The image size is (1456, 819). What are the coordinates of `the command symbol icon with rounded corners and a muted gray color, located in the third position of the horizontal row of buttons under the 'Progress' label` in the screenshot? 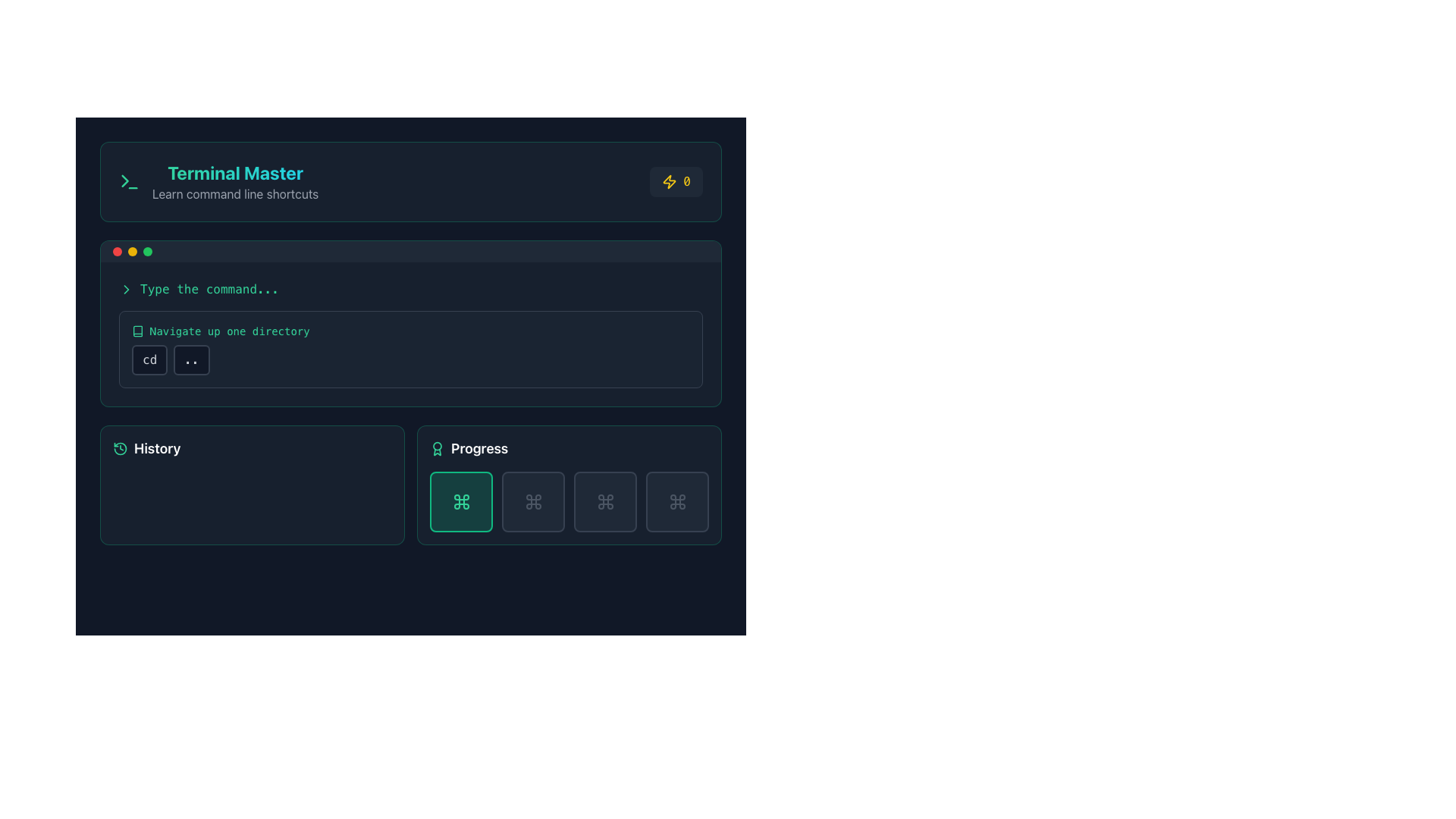 It's located at (604, 502).